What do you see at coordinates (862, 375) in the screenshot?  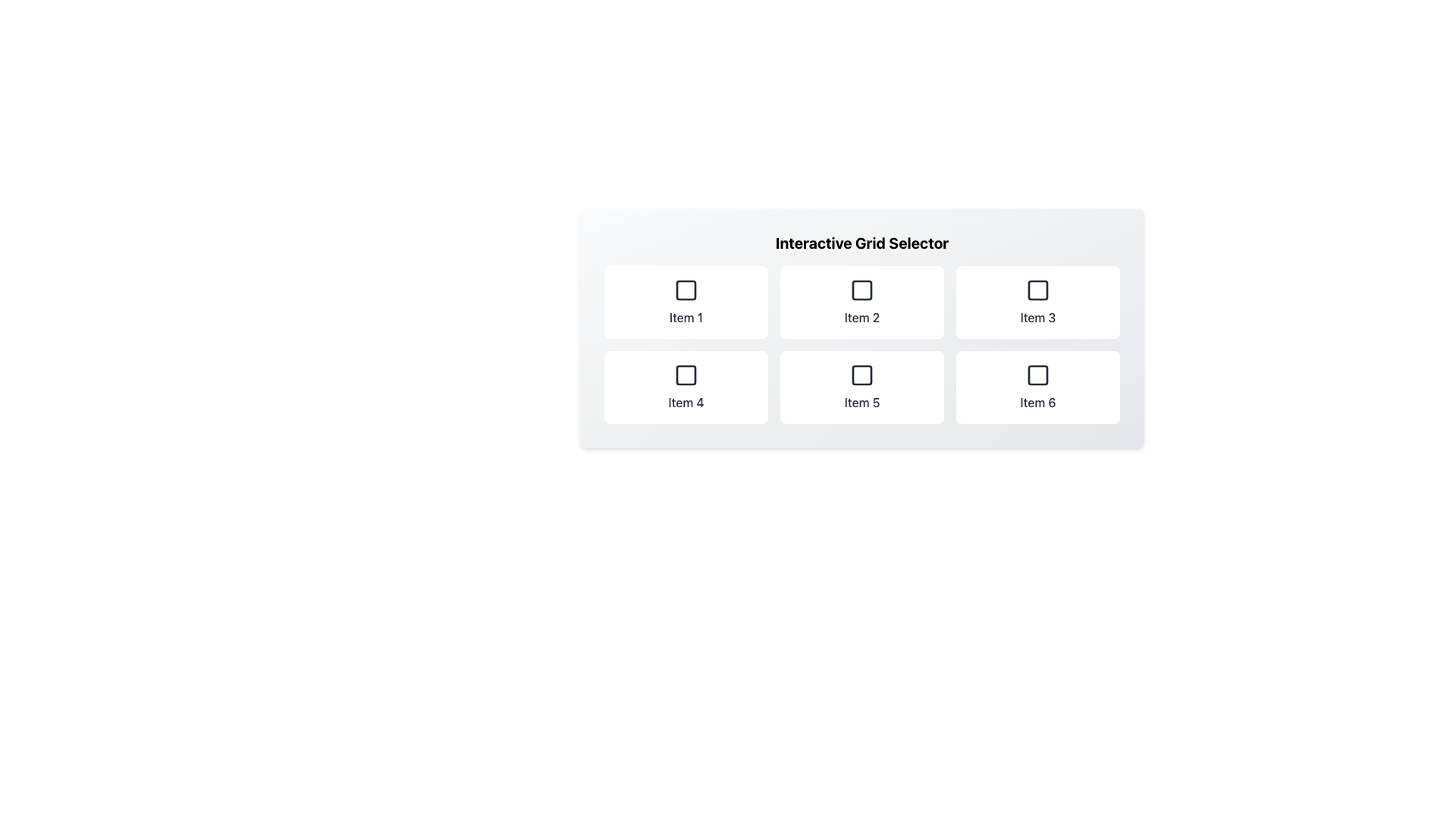 I see `the checkbox or state indicator for 'Item 5', located centrally within its grid item in the 3x2 layout` at bounding box center [862, 375].